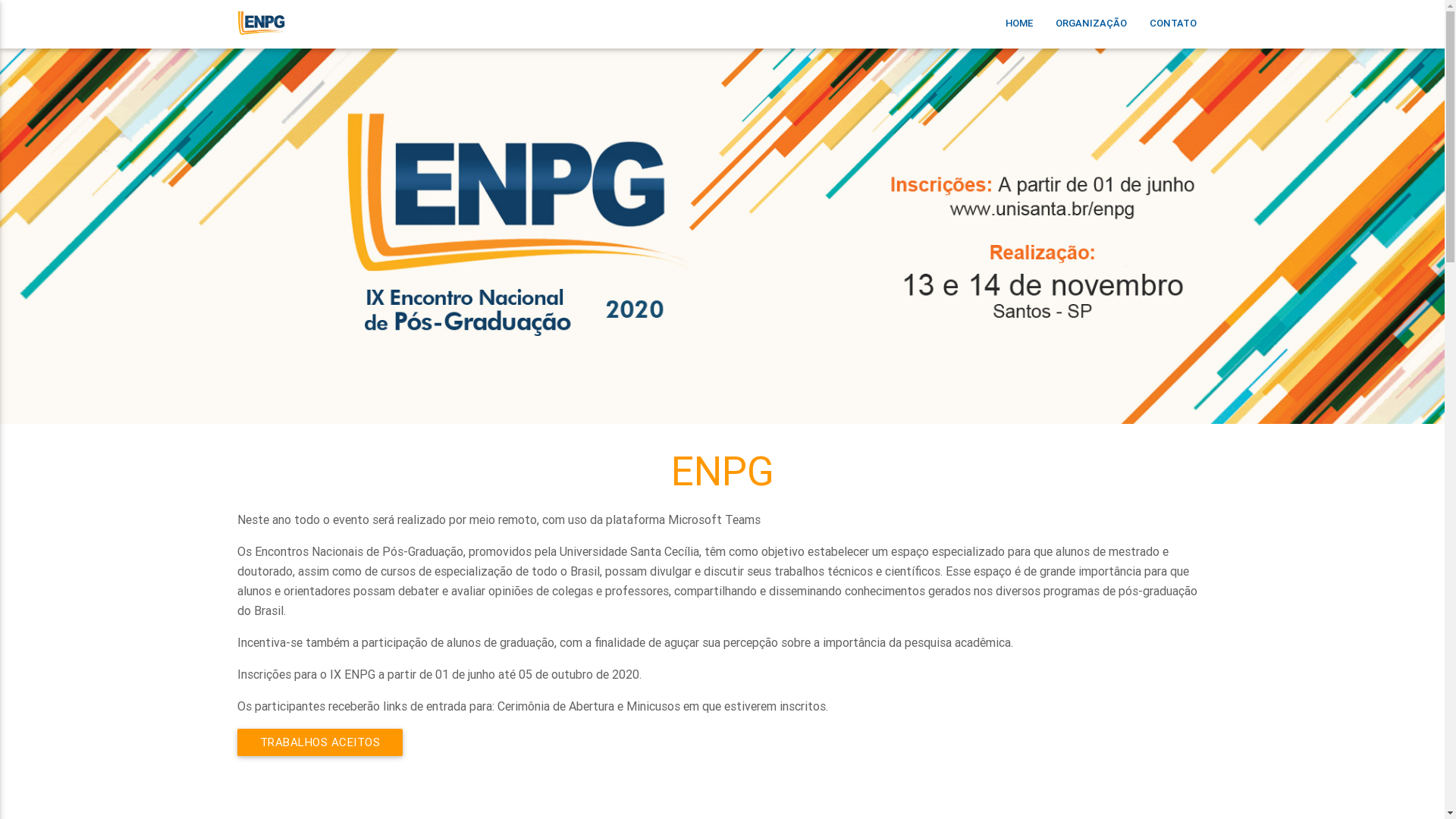 This screenshot has height=819, width=1456. Describe the element at coordinates (1171, 38) in the screenshot. I see `'CONTATO'` at that location.